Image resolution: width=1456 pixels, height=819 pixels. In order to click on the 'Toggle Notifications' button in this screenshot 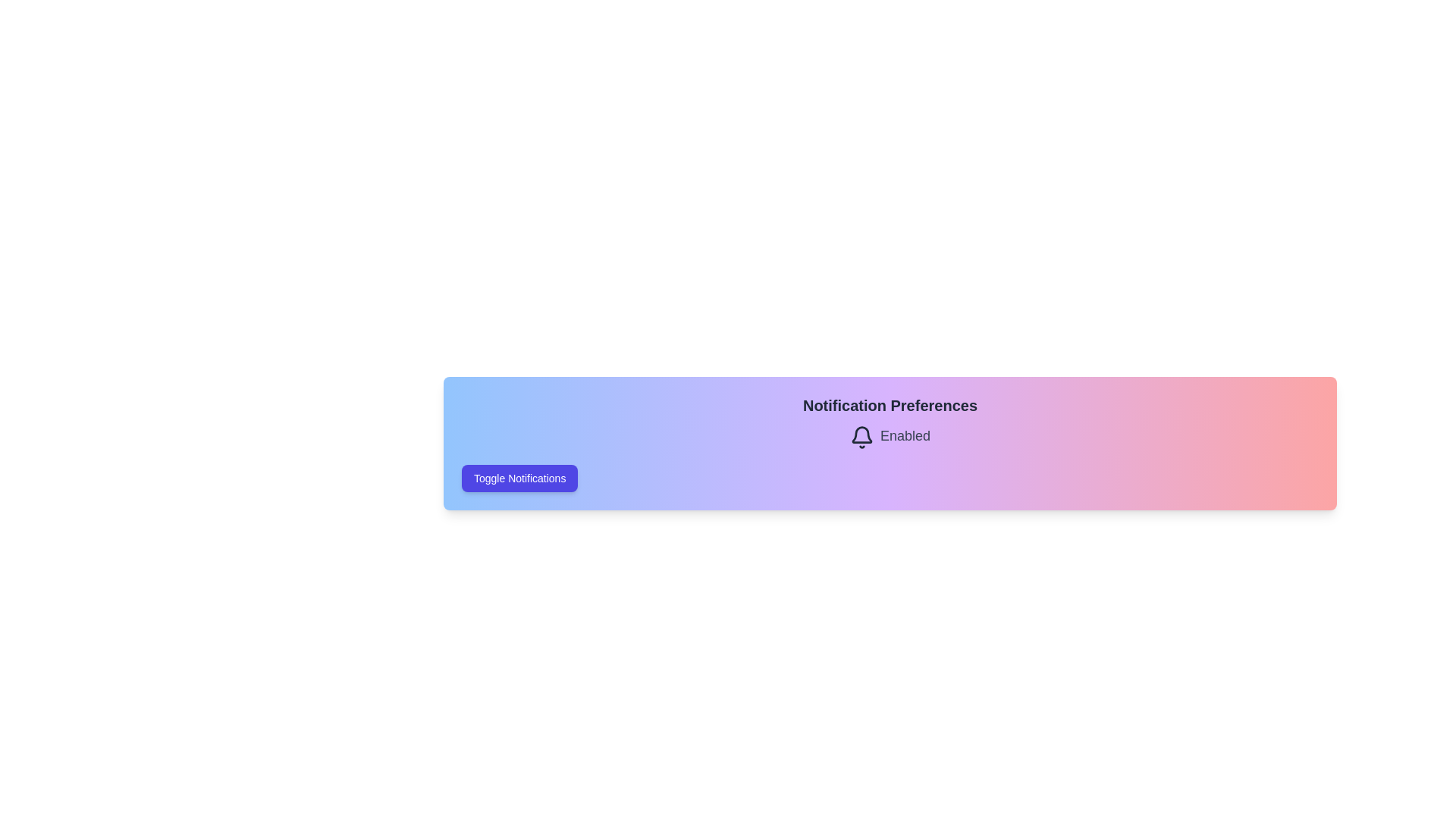, I will do `click(519, 479)`.